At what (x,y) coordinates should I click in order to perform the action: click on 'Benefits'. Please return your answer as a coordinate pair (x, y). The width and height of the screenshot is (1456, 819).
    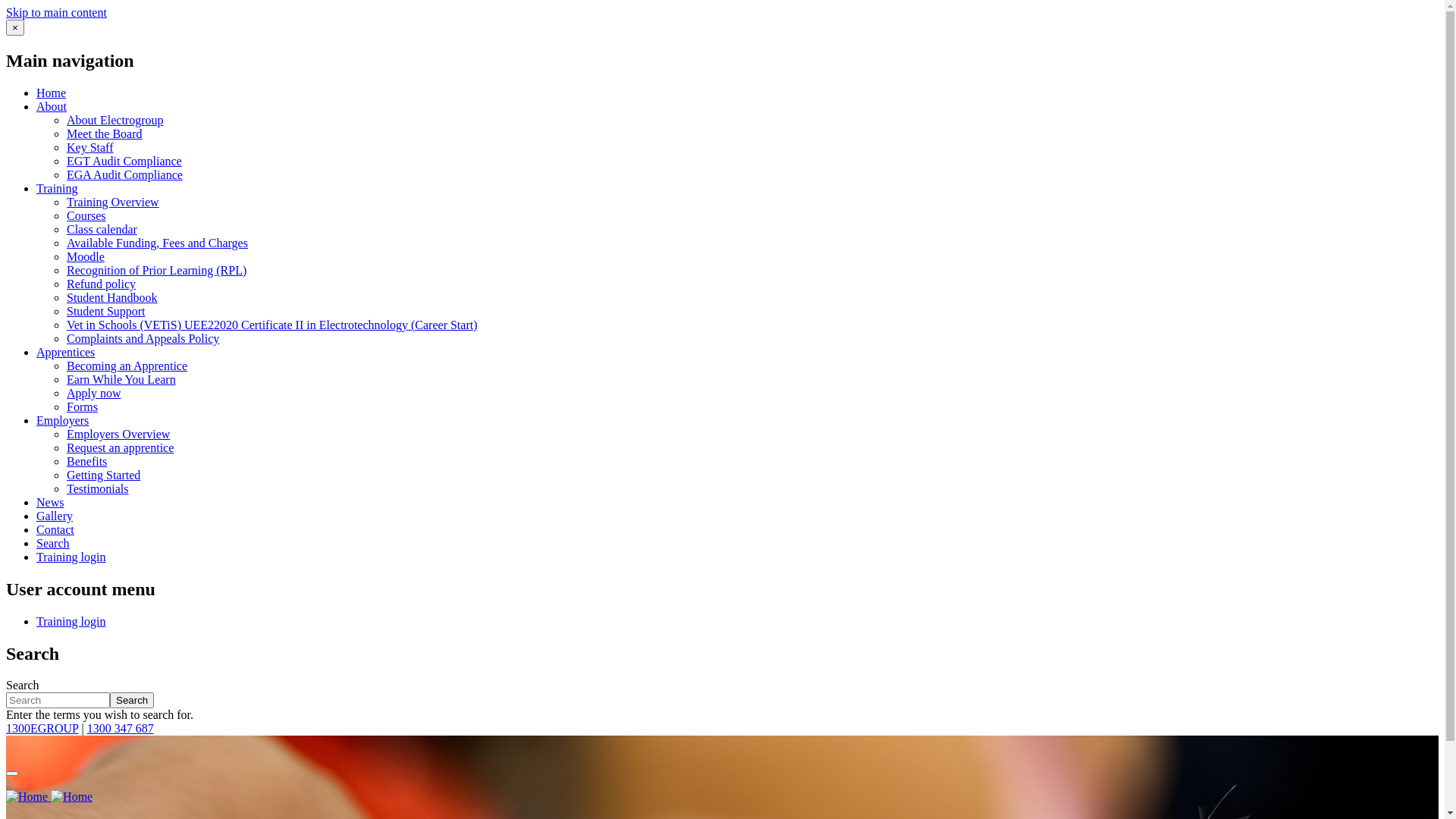
    Looking at the image, I should click on (86, 460).